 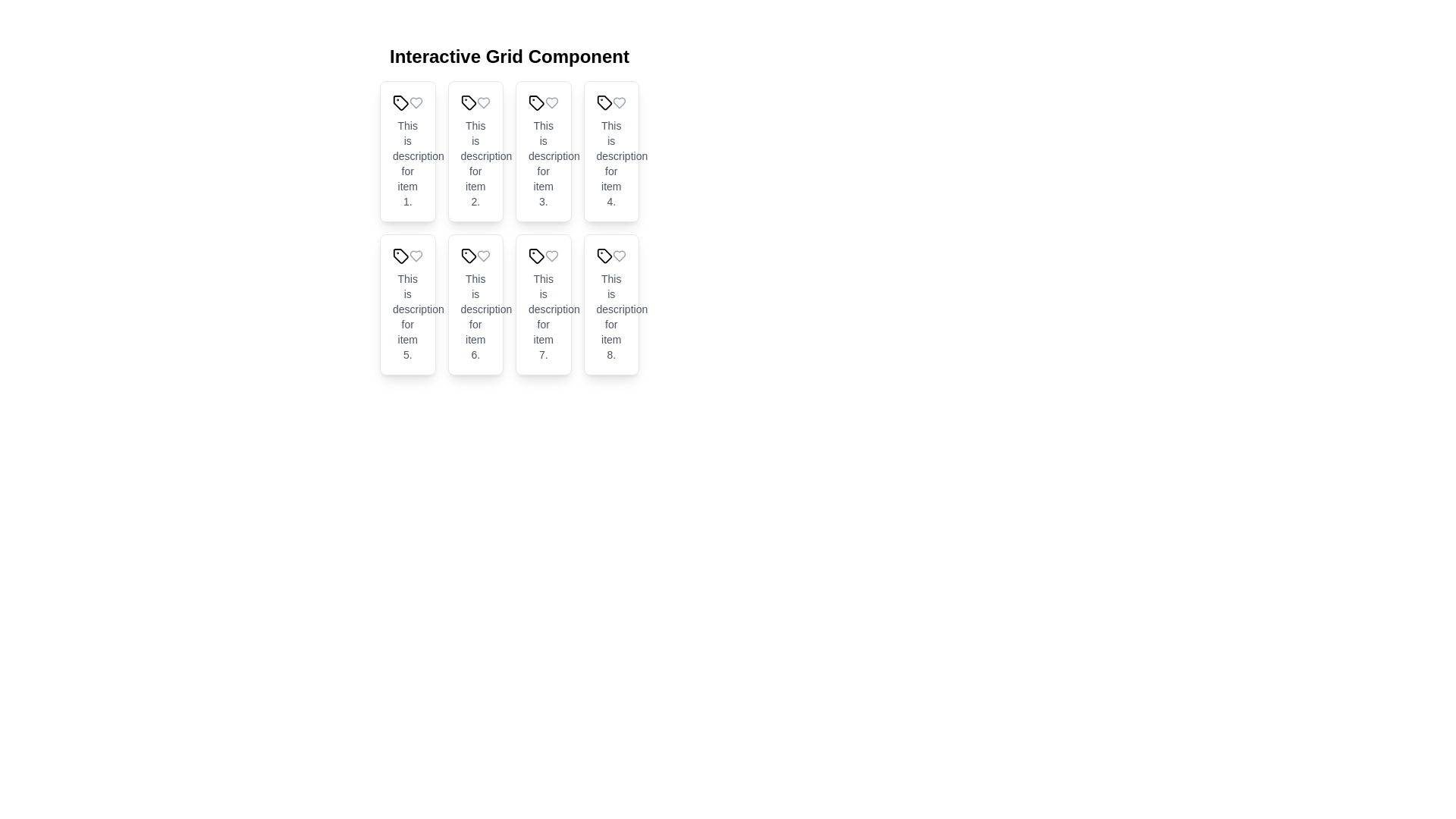 What do you see at coordinates (400, 102) in the screenshot?
I see `the tag-like icon located in the top left grid cell, which represents labels or categories` at bounding box center [400, 102].